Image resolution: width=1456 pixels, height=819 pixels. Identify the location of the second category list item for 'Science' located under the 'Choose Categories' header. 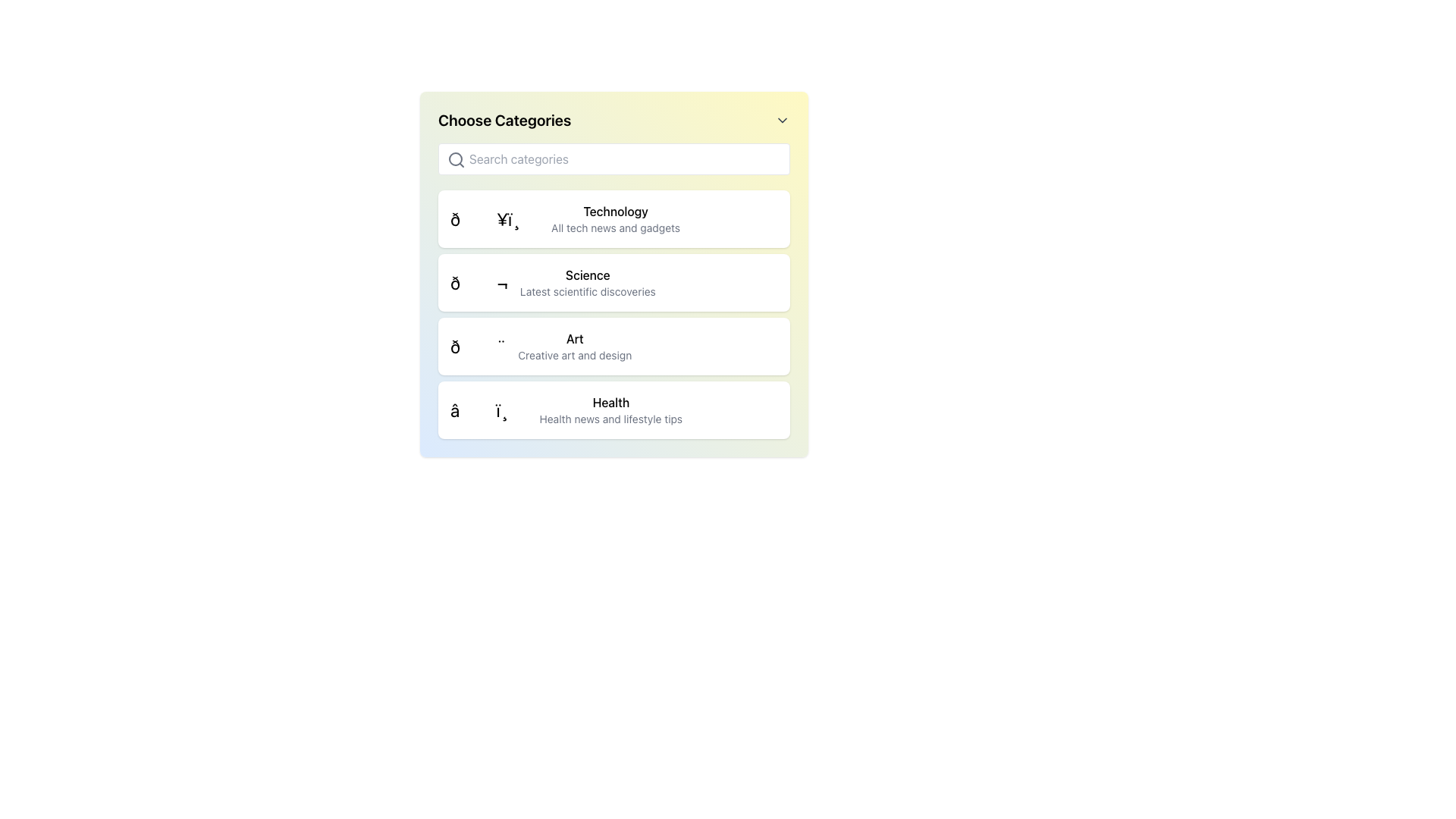
(552, 283).